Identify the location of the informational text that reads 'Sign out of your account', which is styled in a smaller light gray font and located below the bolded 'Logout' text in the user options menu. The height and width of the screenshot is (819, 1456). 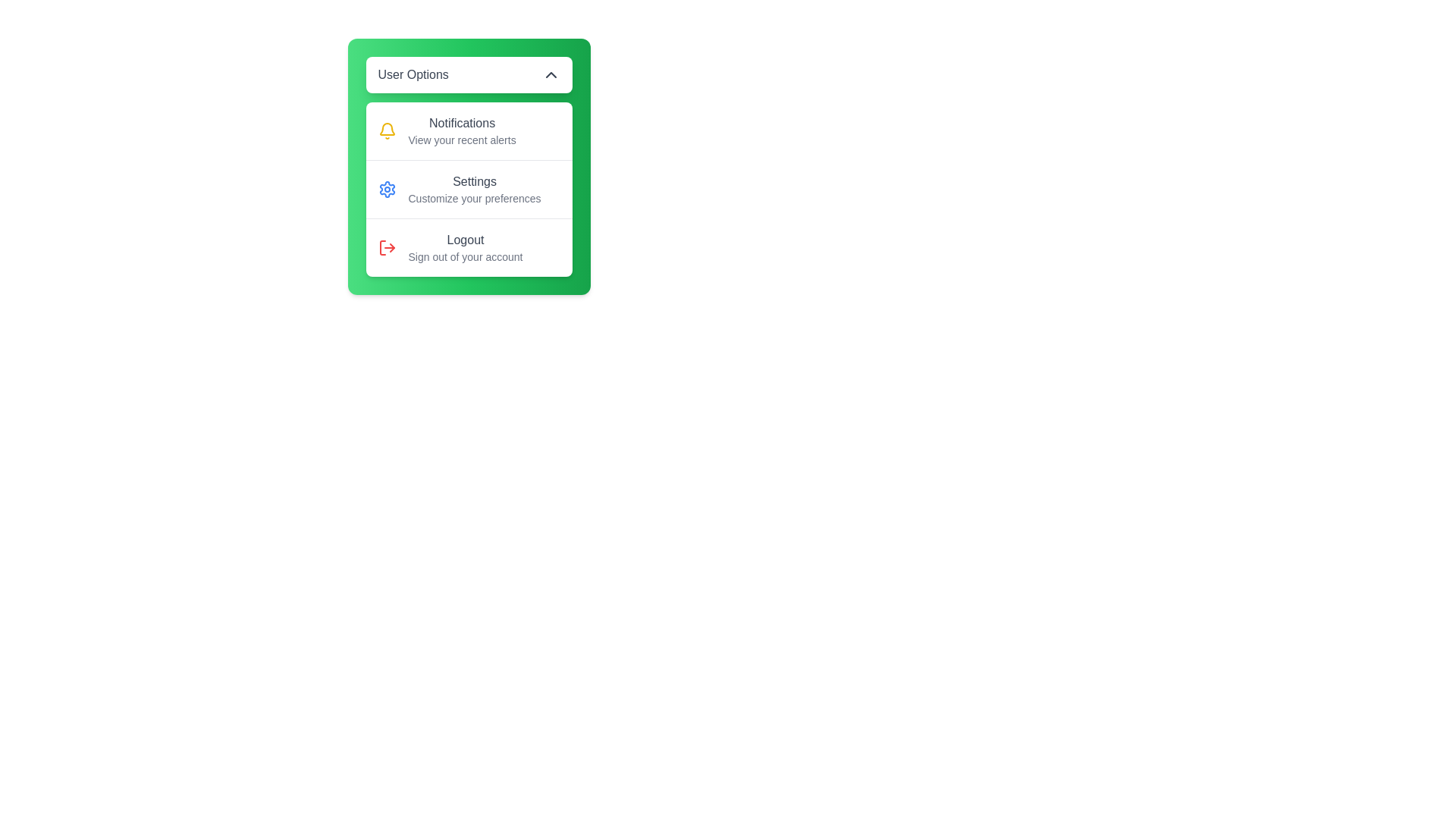
(465, 256).